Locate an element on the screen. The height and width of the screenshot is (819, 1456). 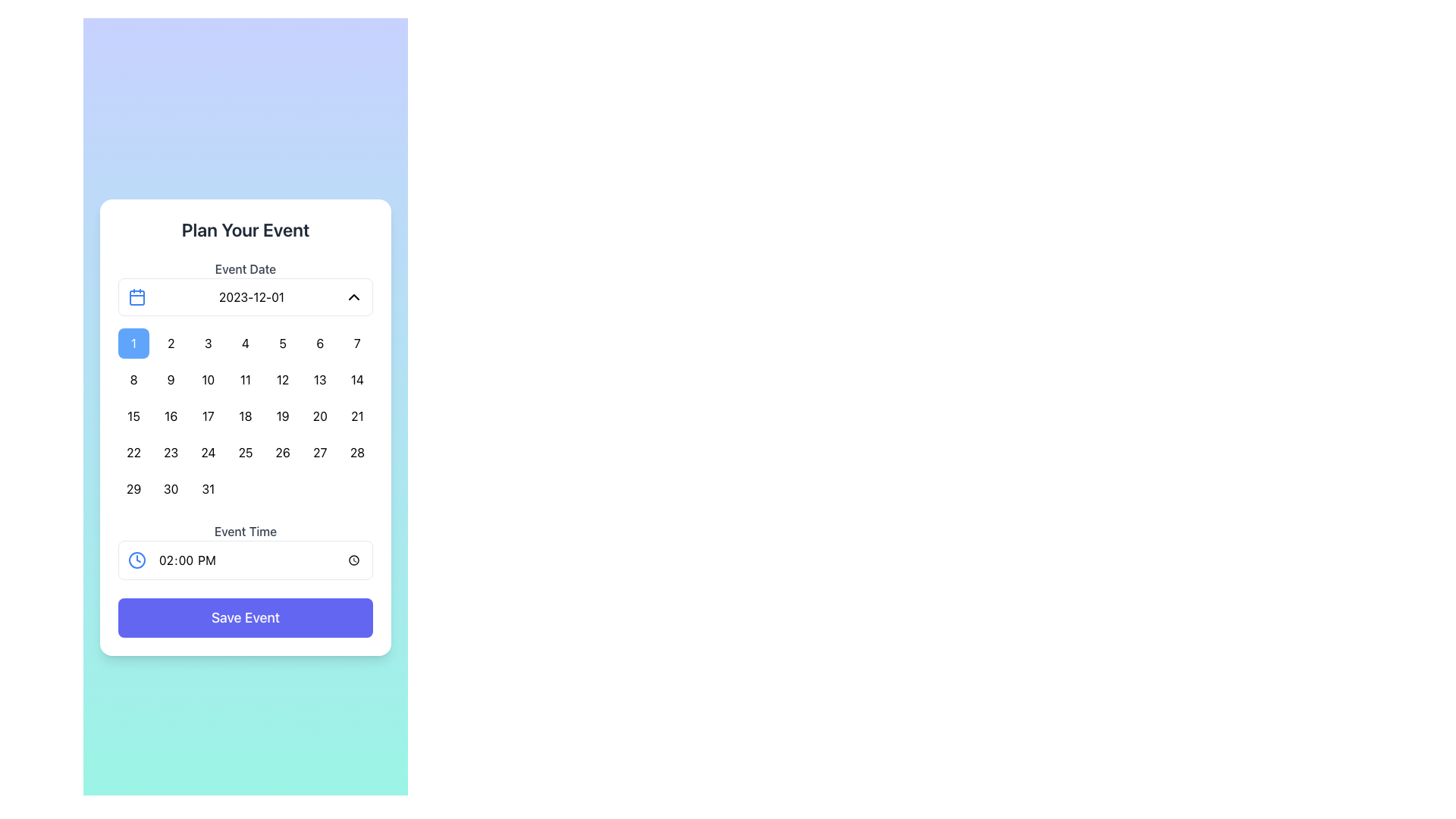
the Time input field located at the bottom section of the interface under the title 'Event Time' is located at coordinates (261, 560).